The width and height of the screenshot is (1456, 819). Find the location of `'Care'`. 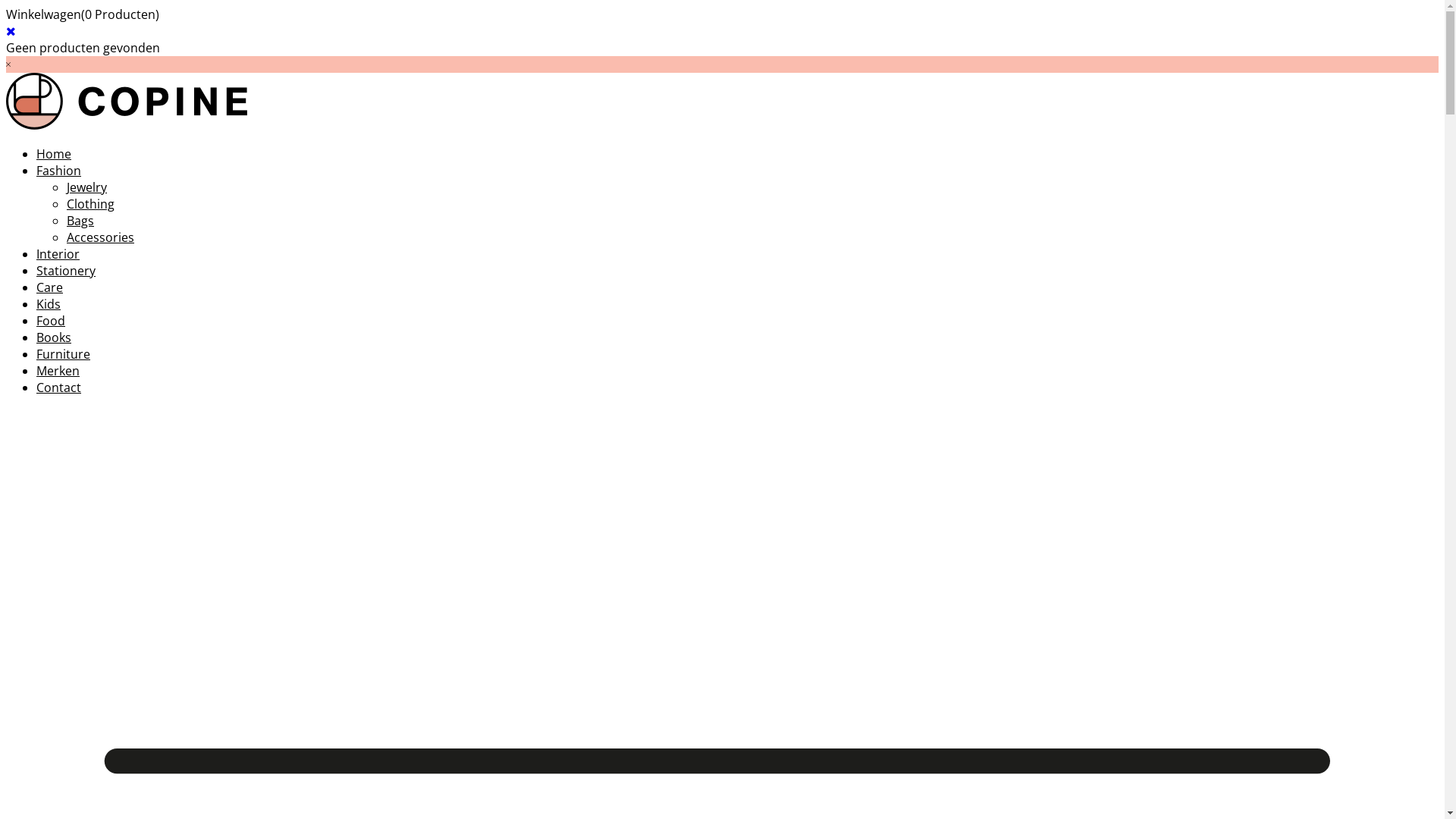

'Care' is located at coordinates (49, 287).